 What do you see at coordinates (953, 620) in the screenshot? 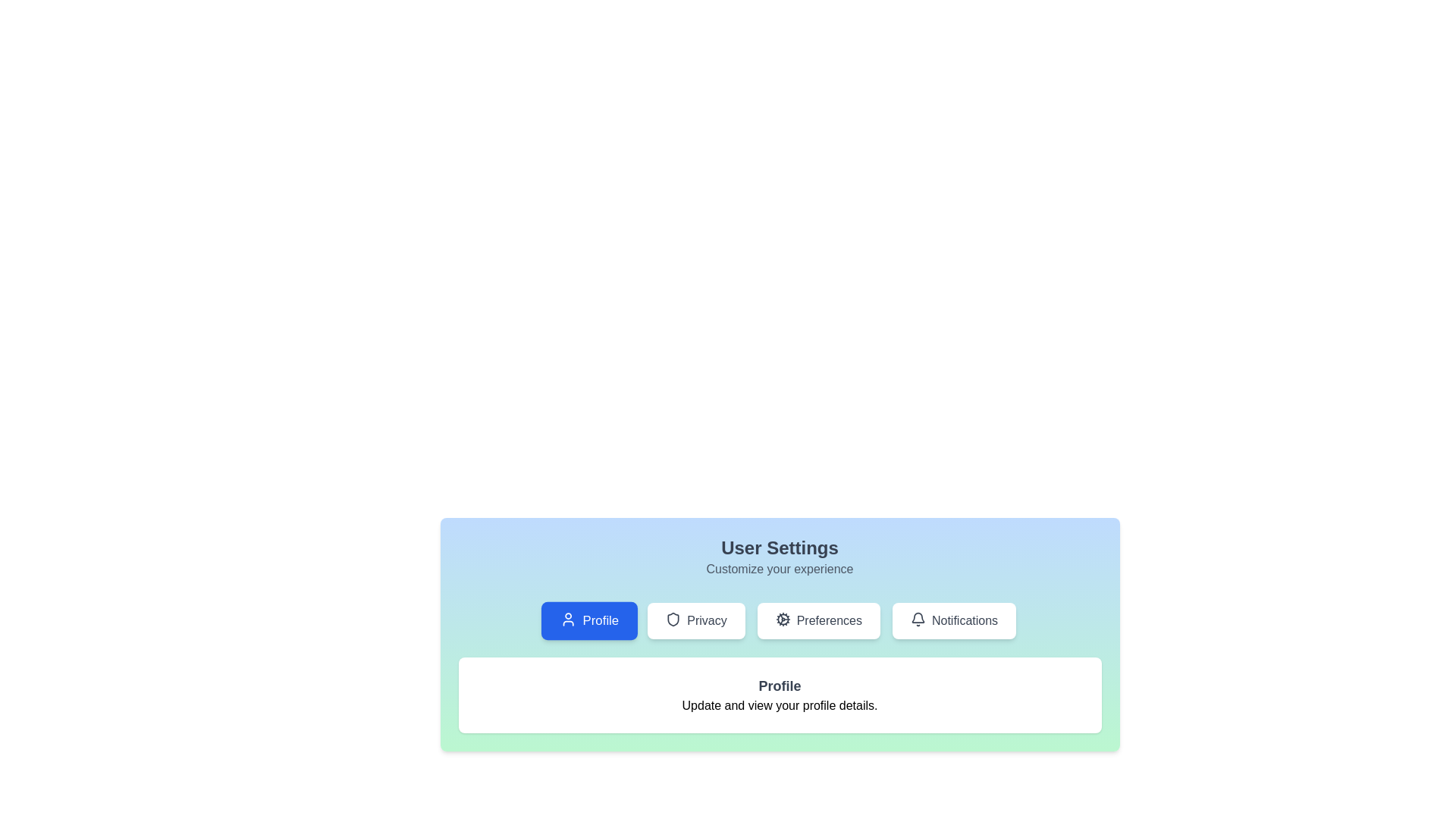
I see `the Notifications tab to view its content` at bounding box center [953, 620].